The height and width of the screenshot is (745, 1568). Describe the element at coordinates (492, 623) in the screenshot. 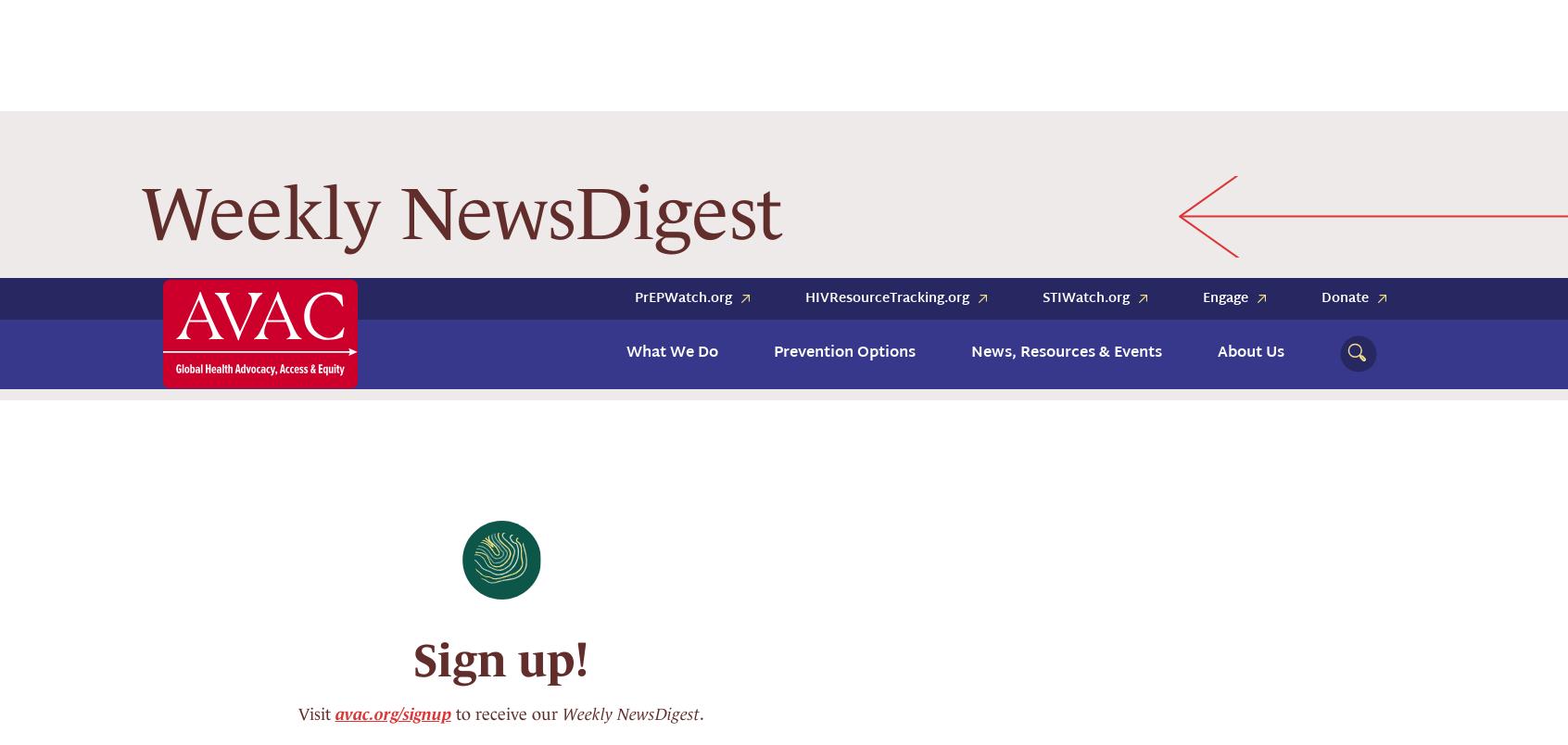

I see `'Our goal is to raise awareness about the various opinions and information disseminated in the press and scientific journals concerning HIV prevention research, and to support evidence-based advocacy and decision-making.'` at that location.